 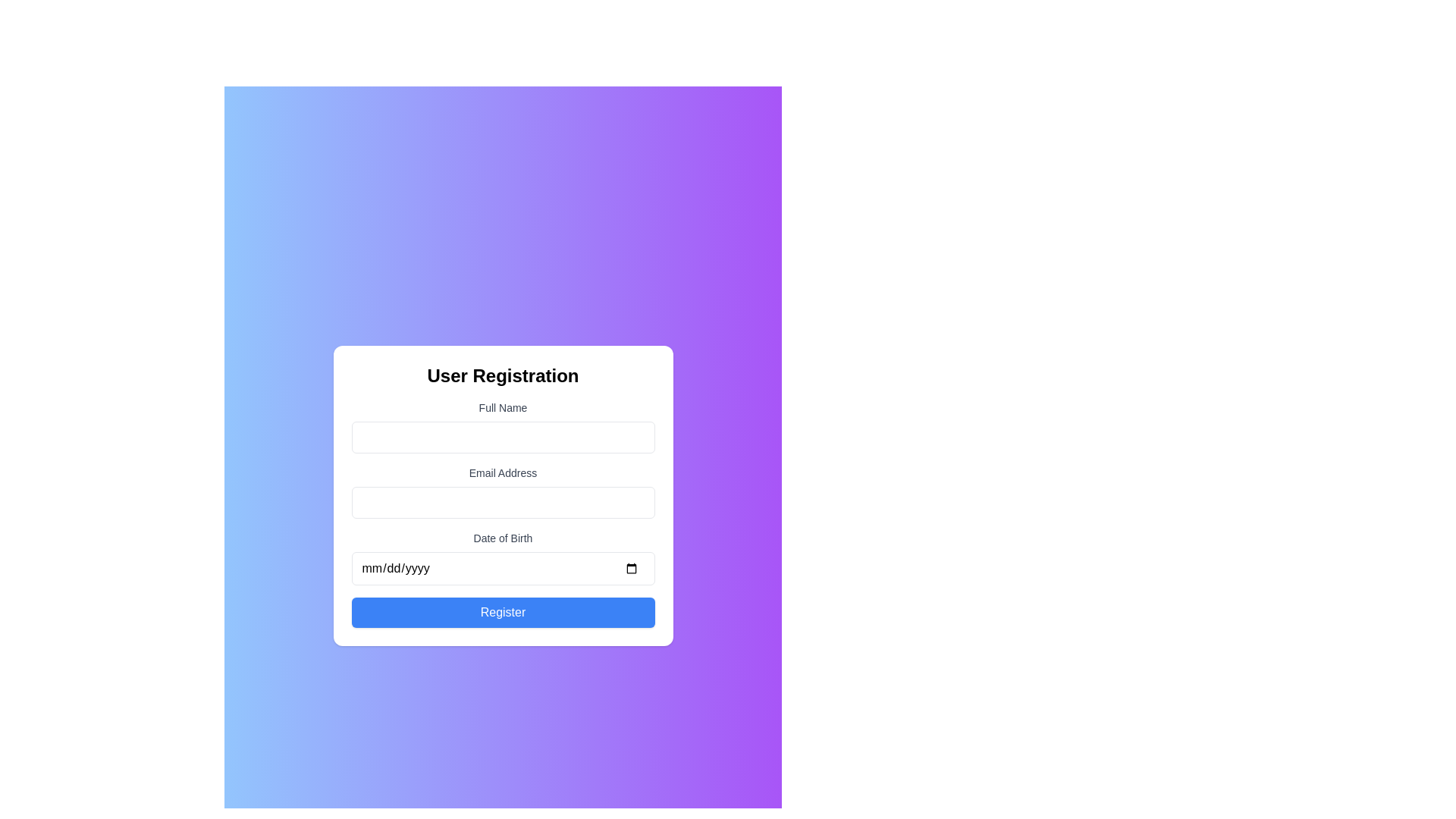 I want to click on the blue 'Register' button with rounded corners located at the bottom of the 'User Registration' form, so click(x=503, y=611).